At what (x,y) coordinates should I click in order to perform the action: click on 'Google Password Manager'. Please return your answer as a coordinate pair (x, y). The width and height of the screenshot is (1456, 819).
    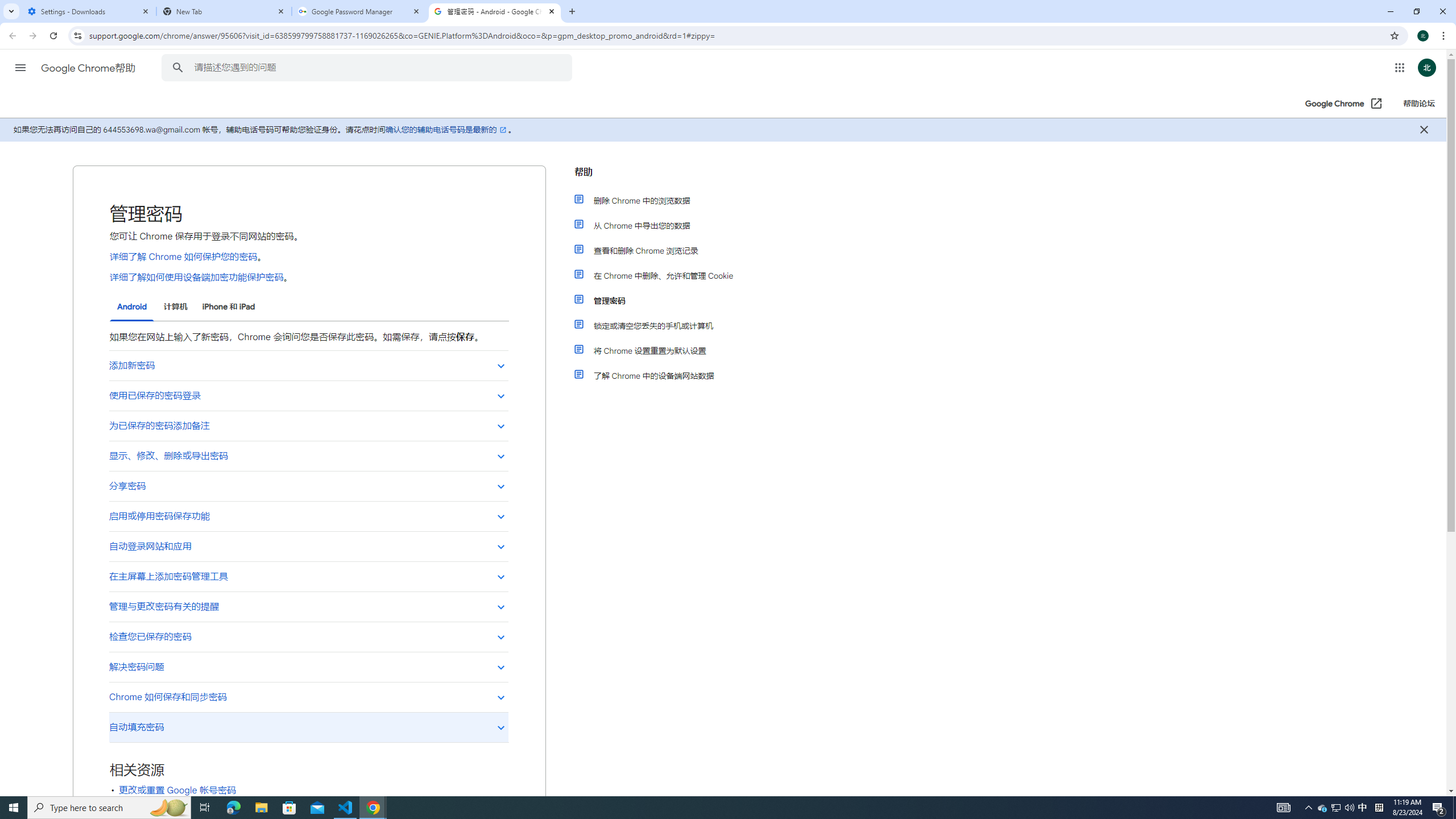
    Looking at the image, I should click on (359, 11).